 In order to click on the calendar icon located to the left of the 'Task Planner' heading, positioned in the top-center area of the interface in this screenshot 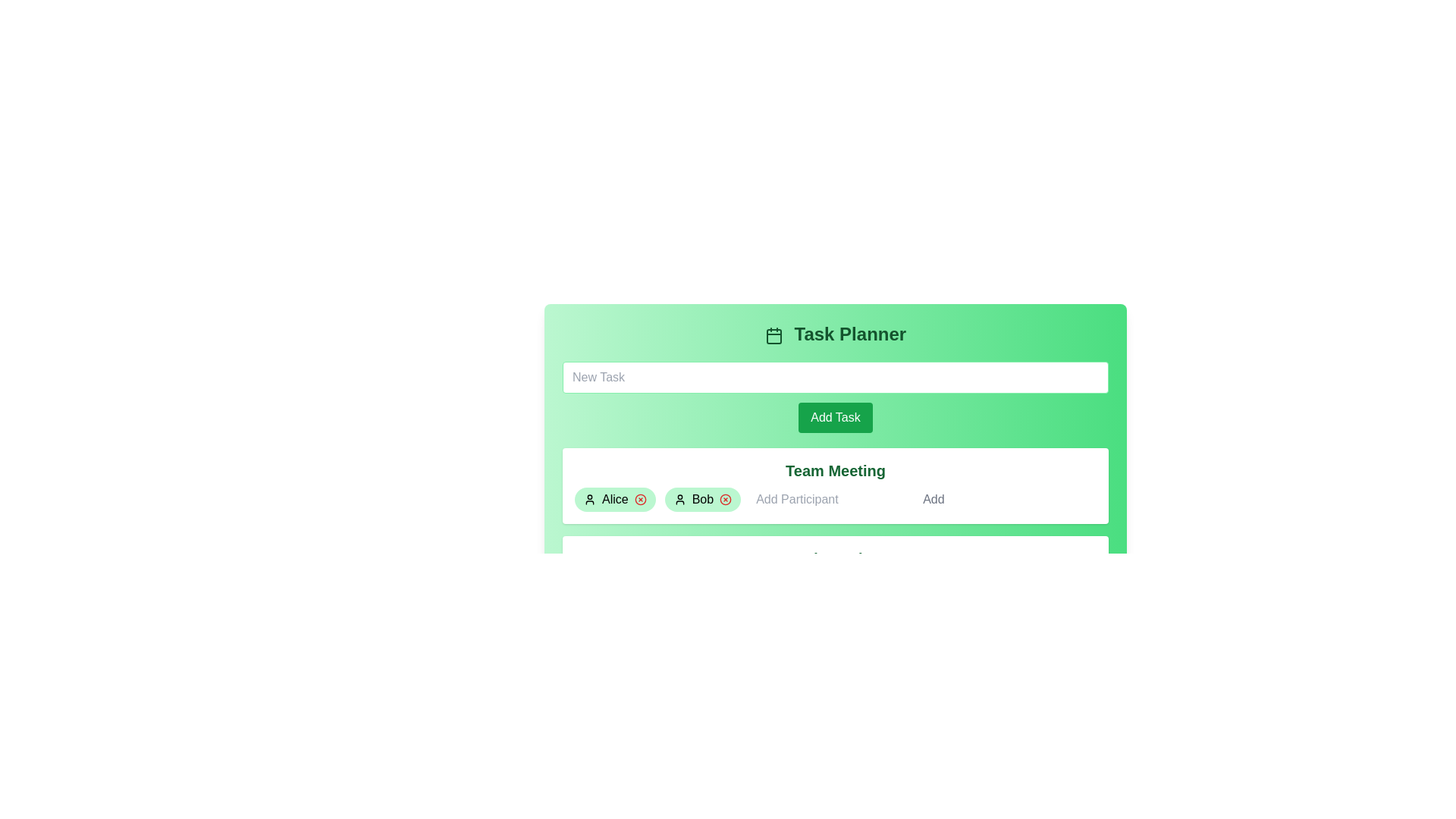, I will do `click(773, 334)`.